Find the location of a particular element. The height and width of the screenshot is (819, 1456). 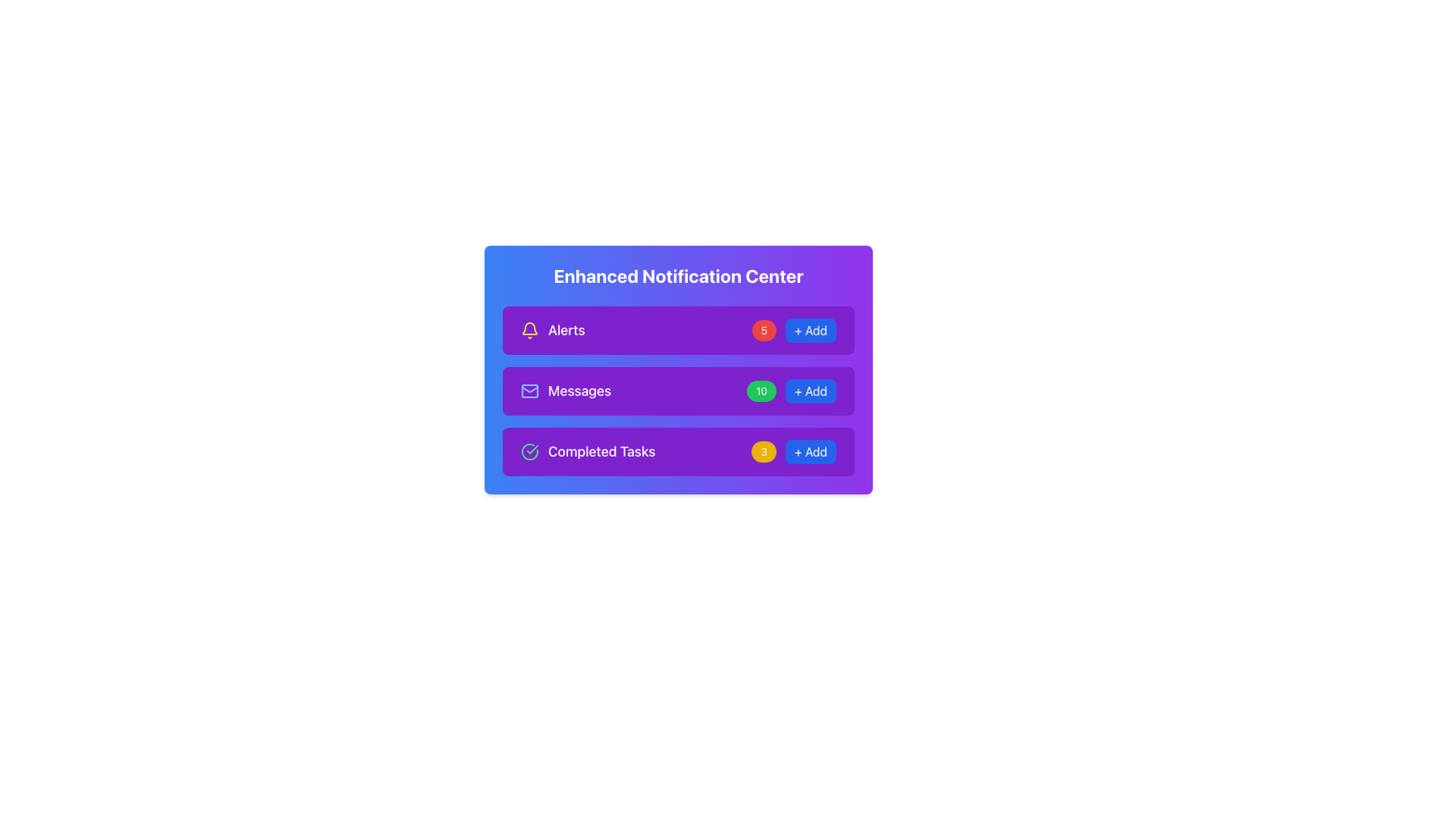

text label that identifies the notification category 'Alerts', located in the first row of the notification list, right of the yellow bell icon and left of the red badge is located at coordinates (566, 329).